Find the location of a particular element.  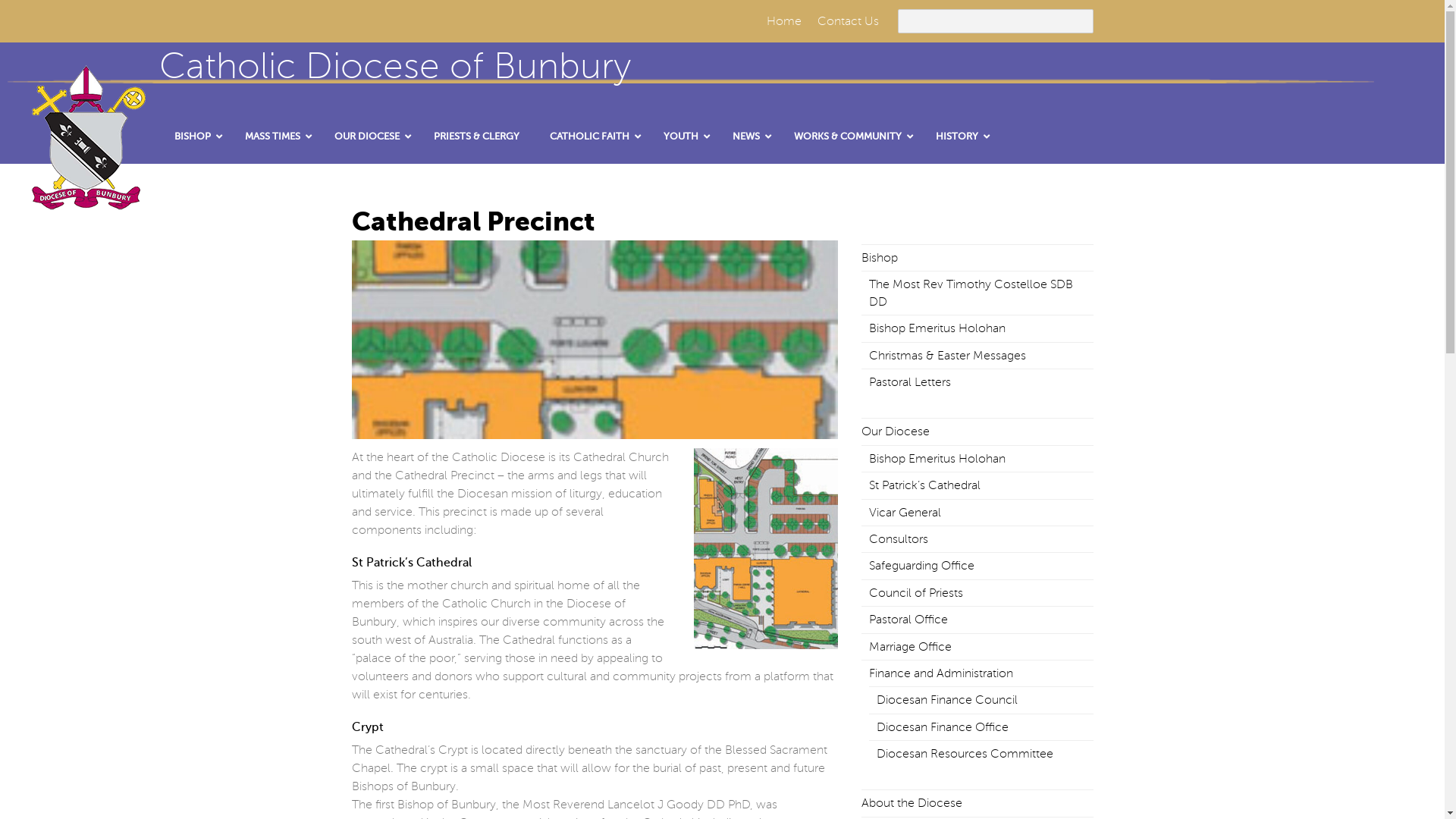

'Christmas & Easter Messages' is located at coordinates (946, 356).